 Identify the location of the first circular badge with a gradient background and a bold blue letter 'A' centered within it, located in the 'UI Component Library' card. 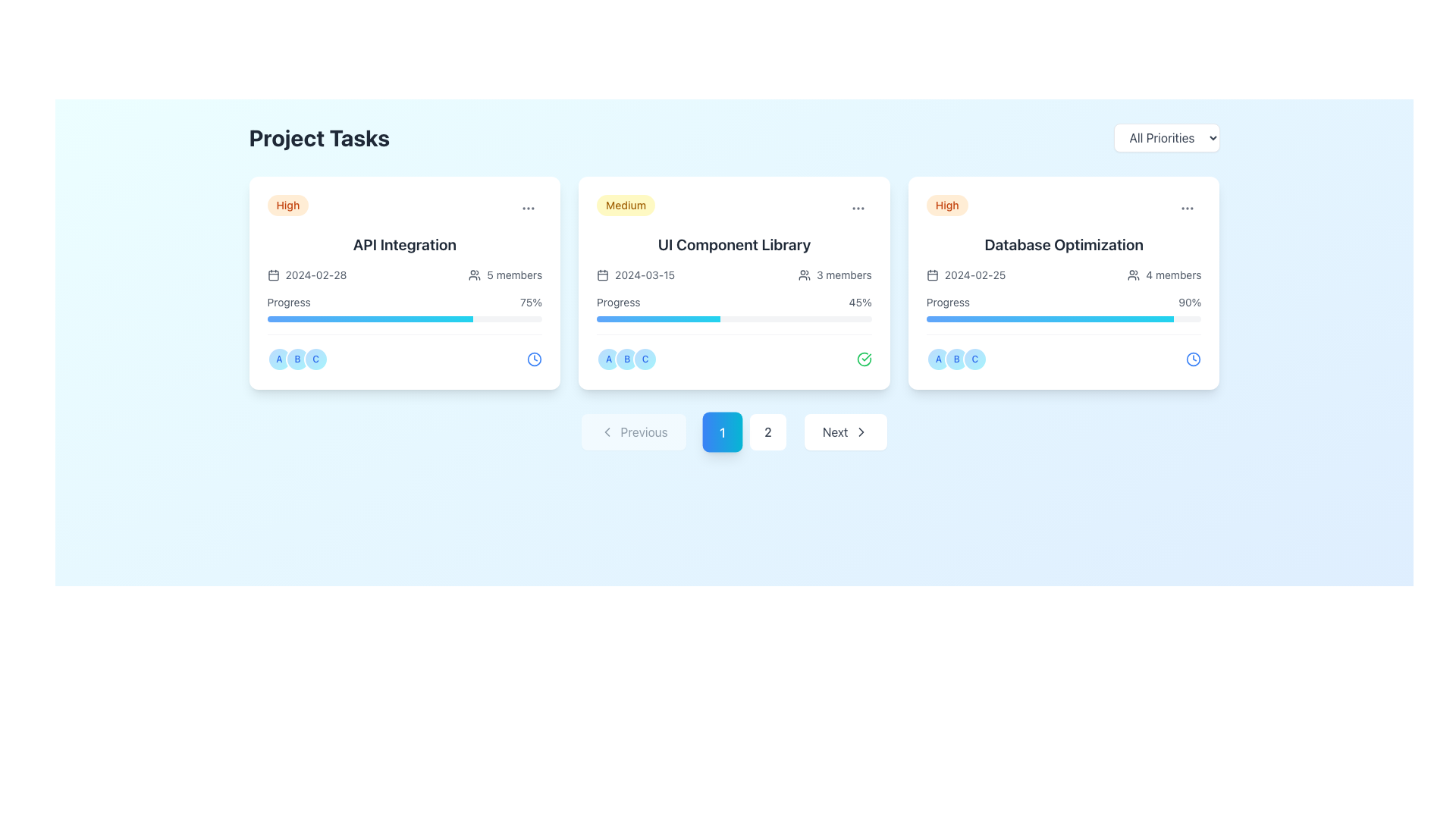
(609, 359).